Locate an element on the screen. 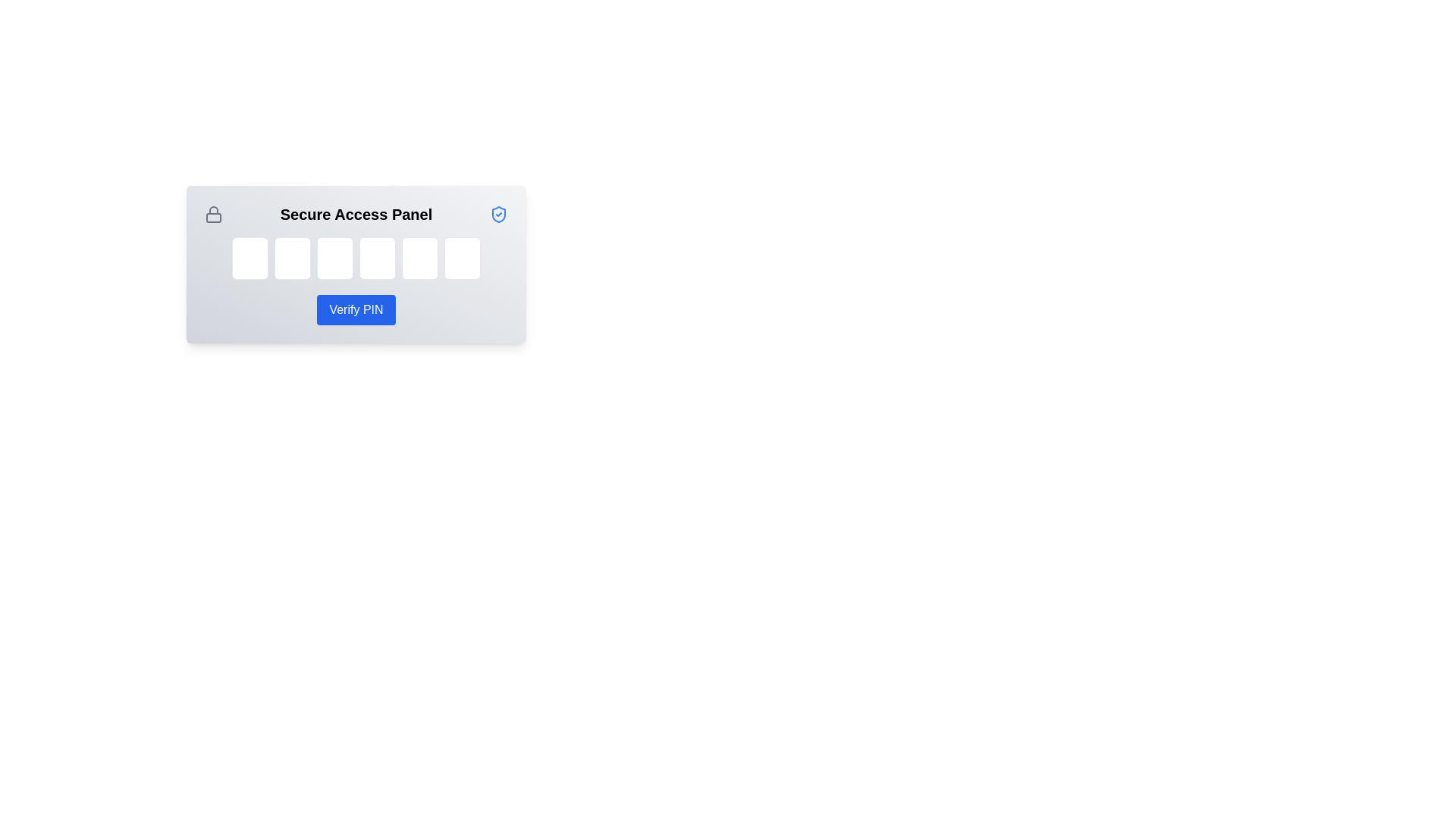  the main title text label positioned at the top of the PIN input interface, which is centered horizontally and flanked by a lock icon on the left and a shield icon on the right is located at coordinates (356, 214).